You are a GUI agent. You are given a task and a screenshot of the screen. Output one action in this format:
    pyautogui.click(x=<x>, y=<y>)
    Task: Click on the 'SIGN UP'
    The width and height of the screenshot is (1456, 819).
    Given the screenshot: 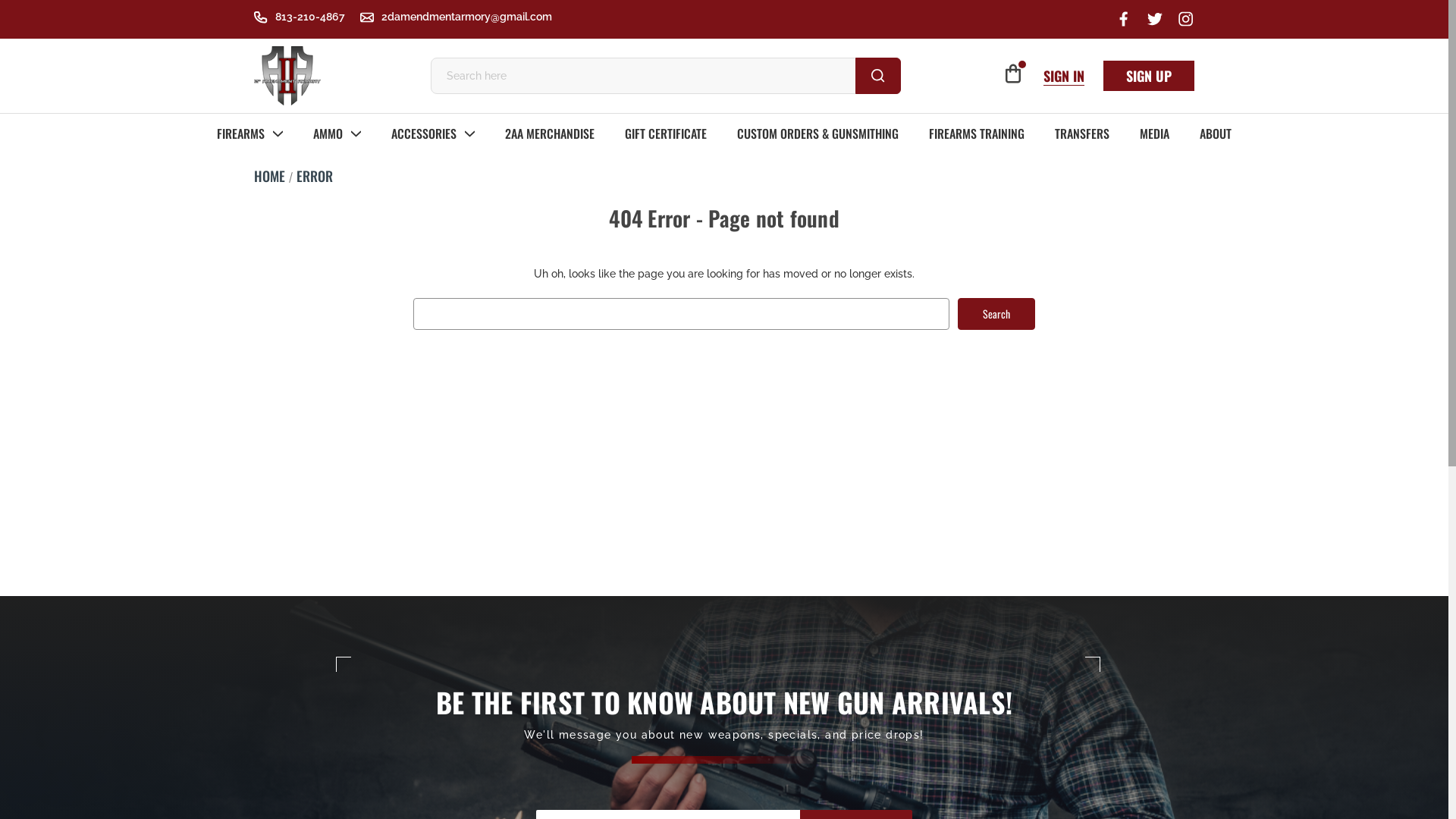 What is the action you would take?
    pyautogui.click(x=1149, y=76)
    